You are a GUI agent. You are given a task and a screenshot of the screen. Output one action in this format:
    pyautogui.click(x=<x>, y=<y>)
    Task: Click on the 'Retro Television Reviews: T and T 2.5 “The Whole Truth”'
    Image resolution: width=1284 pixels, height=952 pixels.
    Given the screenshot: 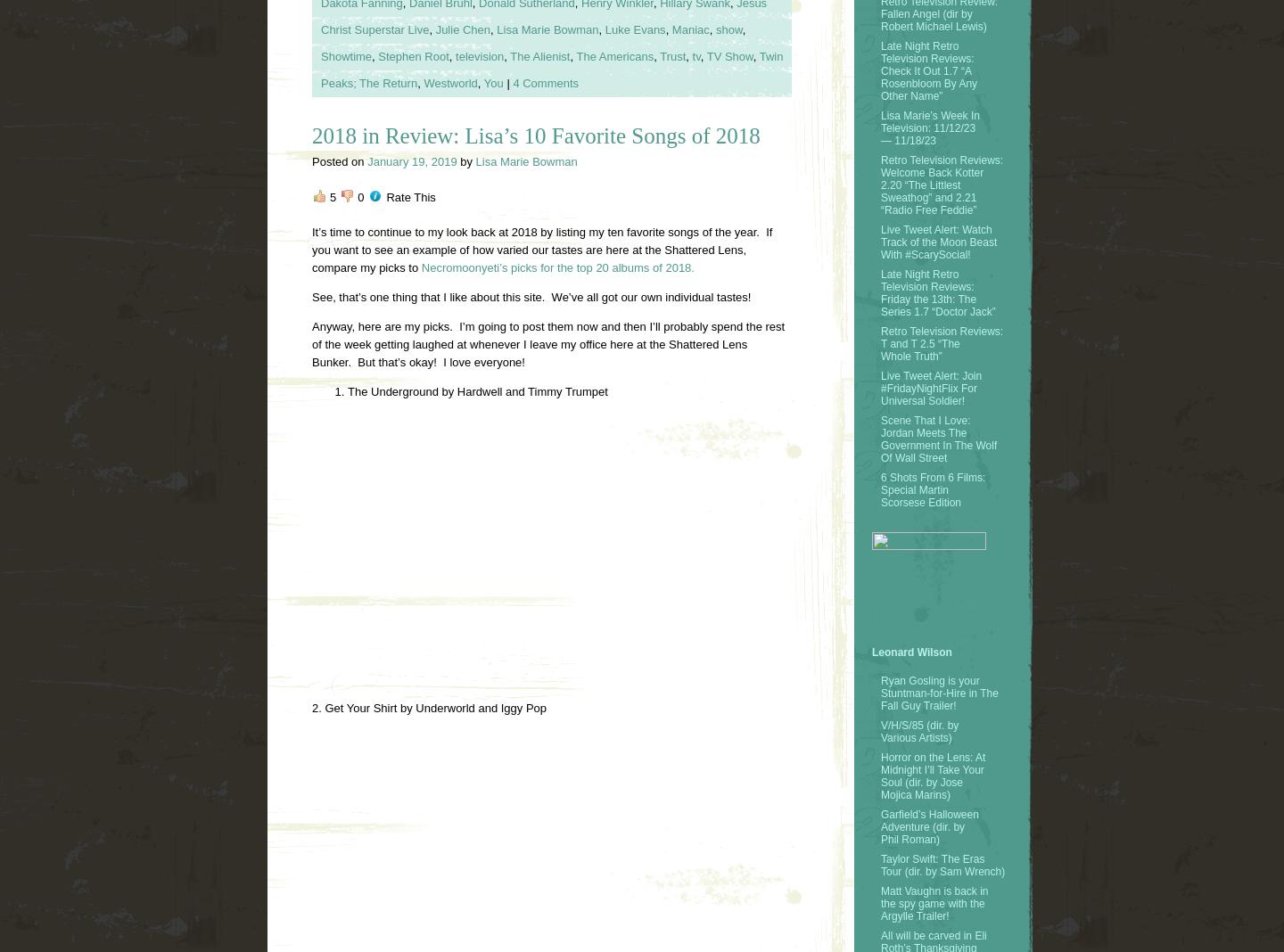 What is the action you would take?
    pyautogui.click(x=942, y=342)
    